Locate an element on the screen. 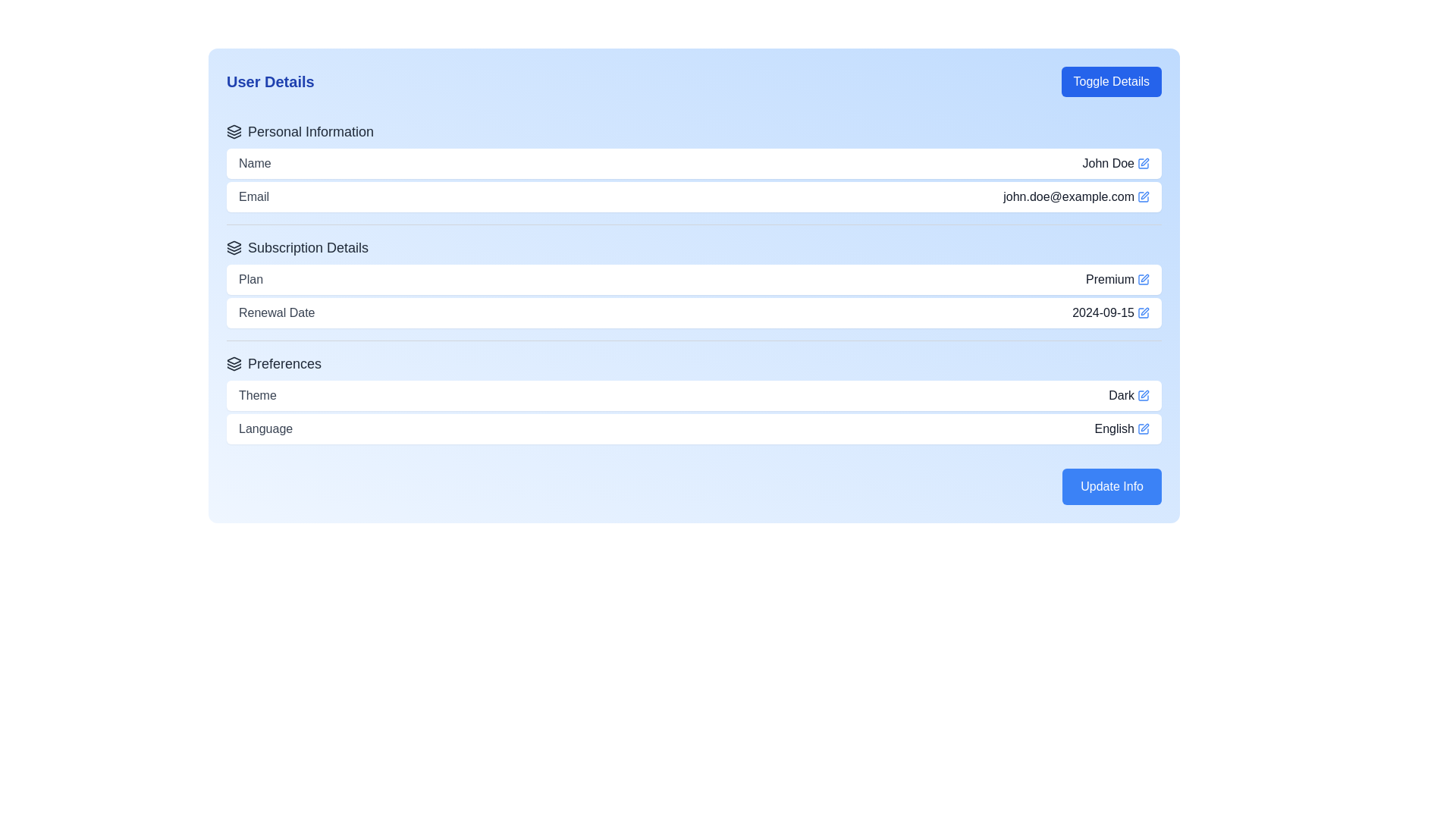 Image resolution: width=1456 pixels, height=819 pixels. the 'Renewal Date' text element located in the 'Subscription Details' section, positioned towards the right-hand side of the row is located at coordinates (1111, 312).